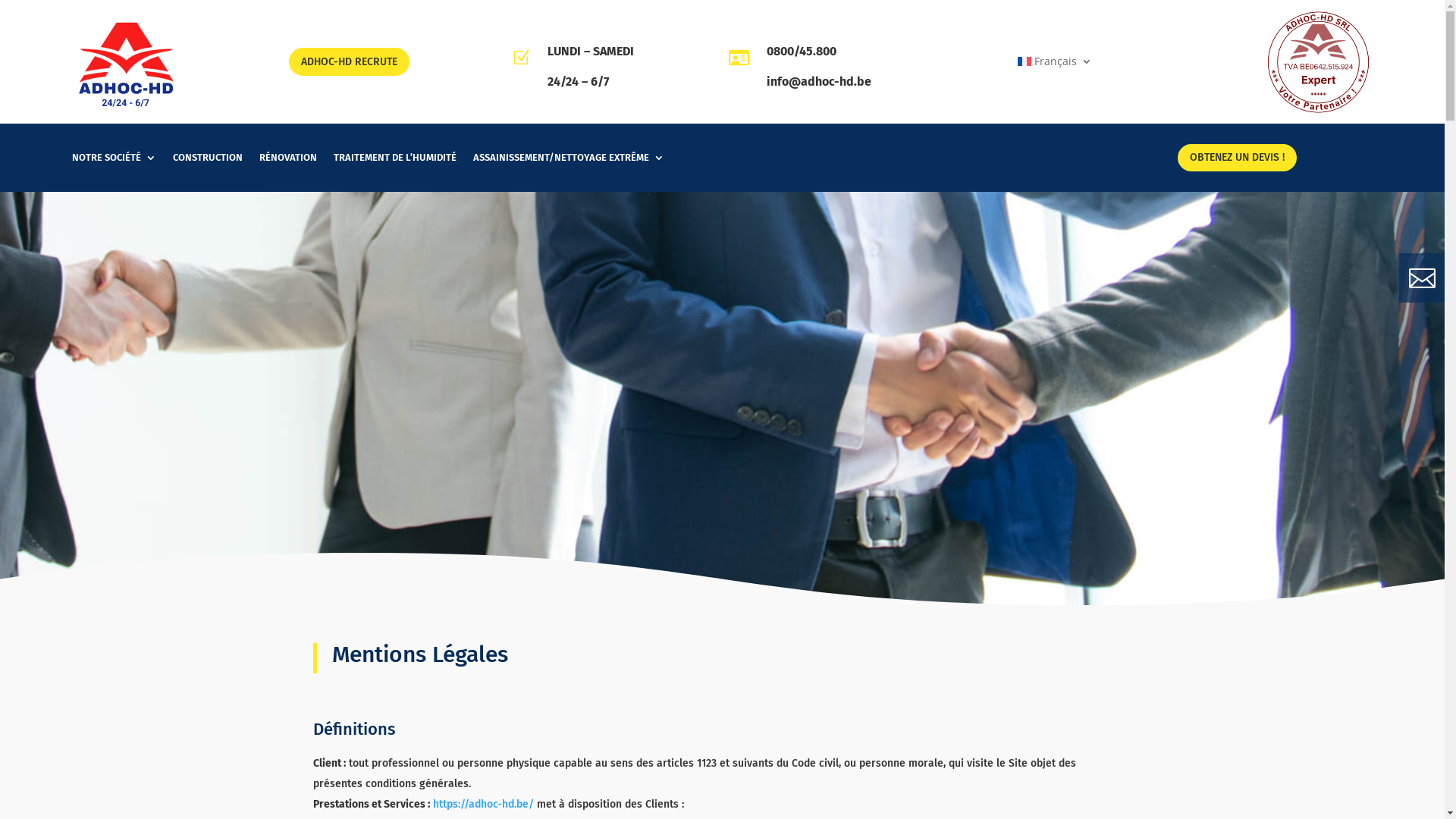  What do you see at coordinates (817, 81) in the screenshot?
I see `'info@adhoc-hd.be'` at bounding box center [817, 81].